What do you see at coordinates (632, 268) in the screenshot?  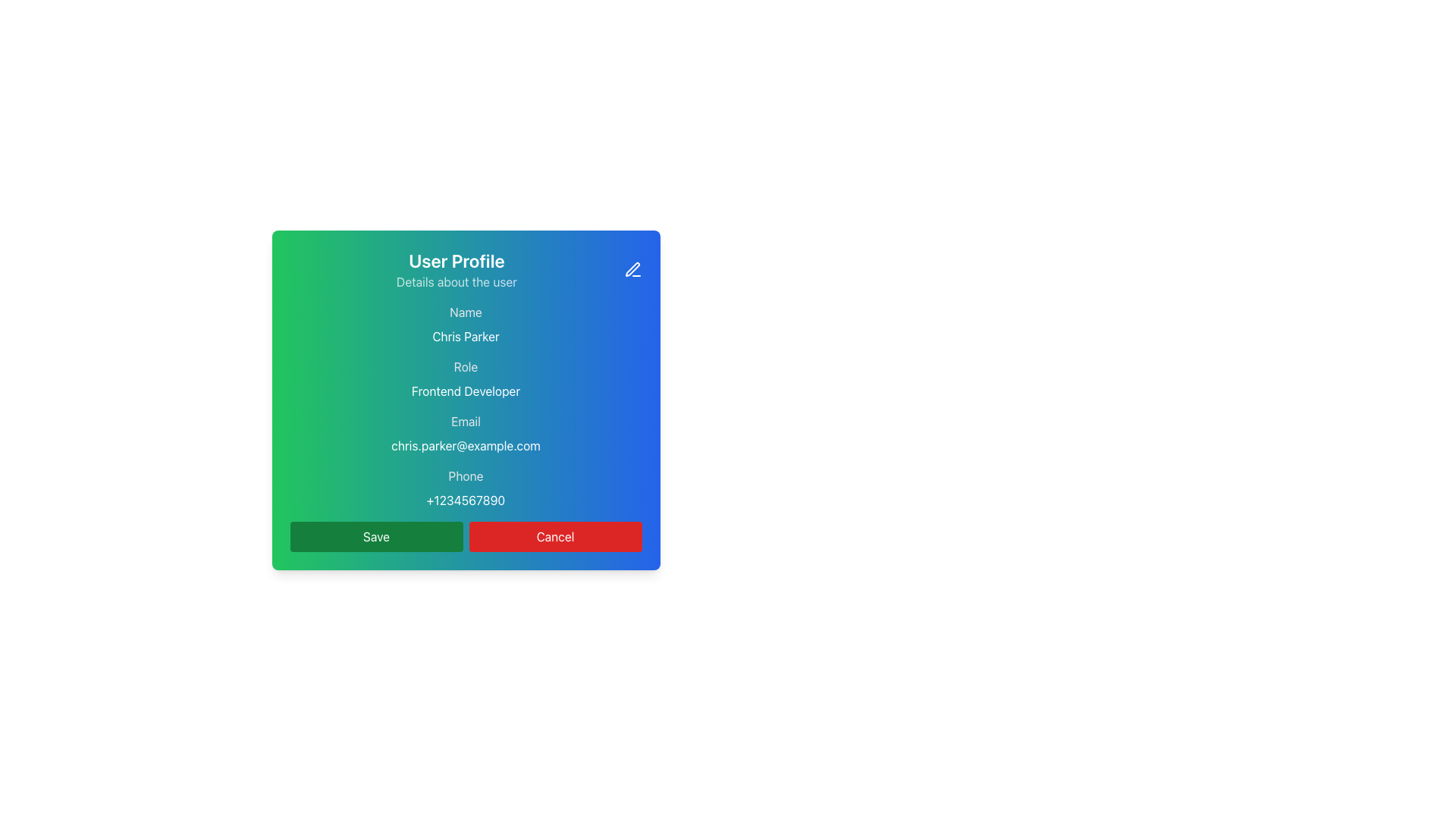 I see `the pen icon located at the top-right corner of the user information card` at bounding box center [632, 268].